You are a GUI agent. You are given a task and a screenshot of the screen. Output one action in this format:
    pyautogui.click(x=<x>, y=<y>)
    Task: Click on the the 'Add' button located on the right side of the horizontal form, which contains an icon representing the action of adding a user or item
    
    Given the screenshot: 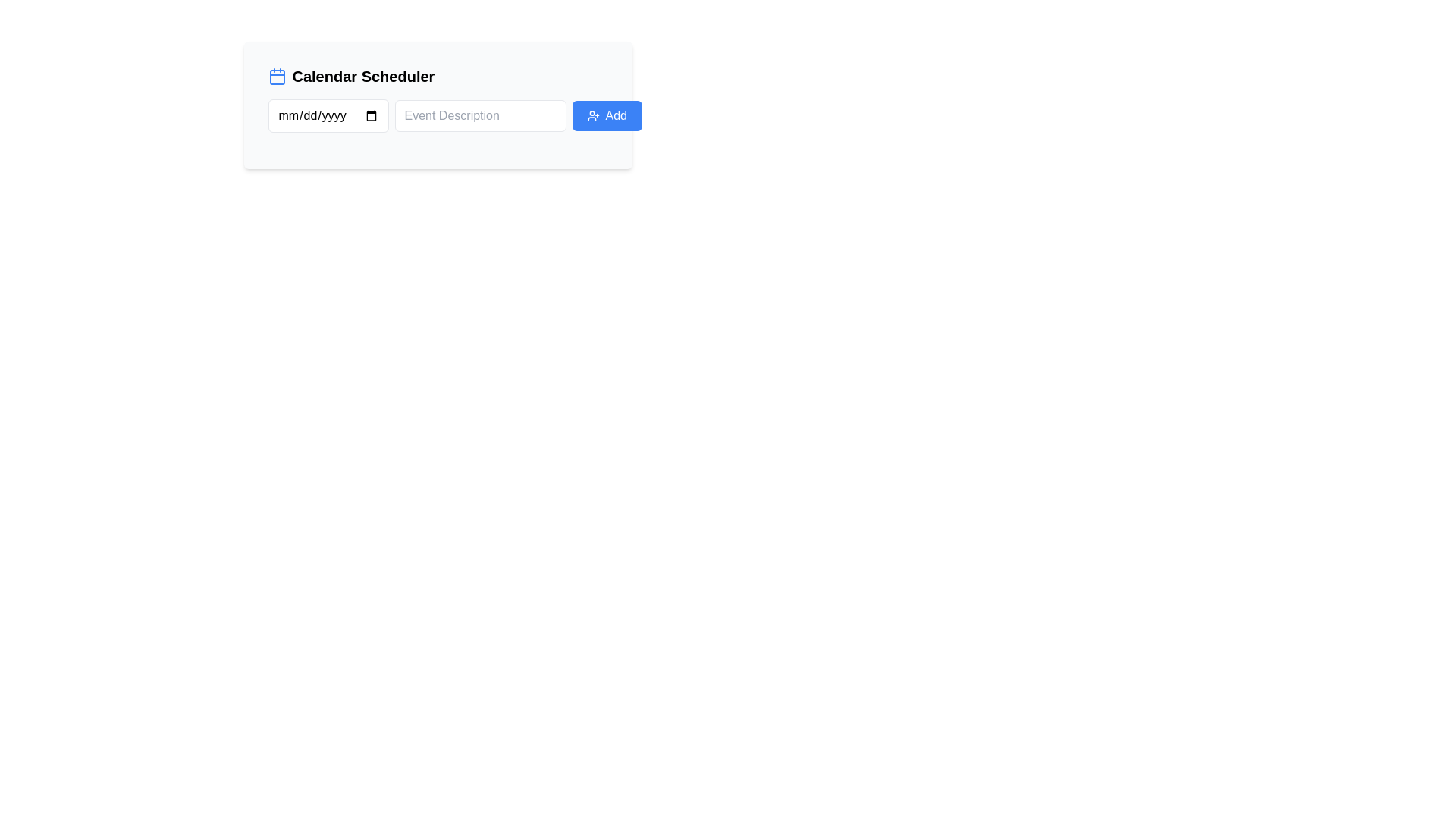 What is the action you would take?
    pyautogui.click(x=592, y=115)
    